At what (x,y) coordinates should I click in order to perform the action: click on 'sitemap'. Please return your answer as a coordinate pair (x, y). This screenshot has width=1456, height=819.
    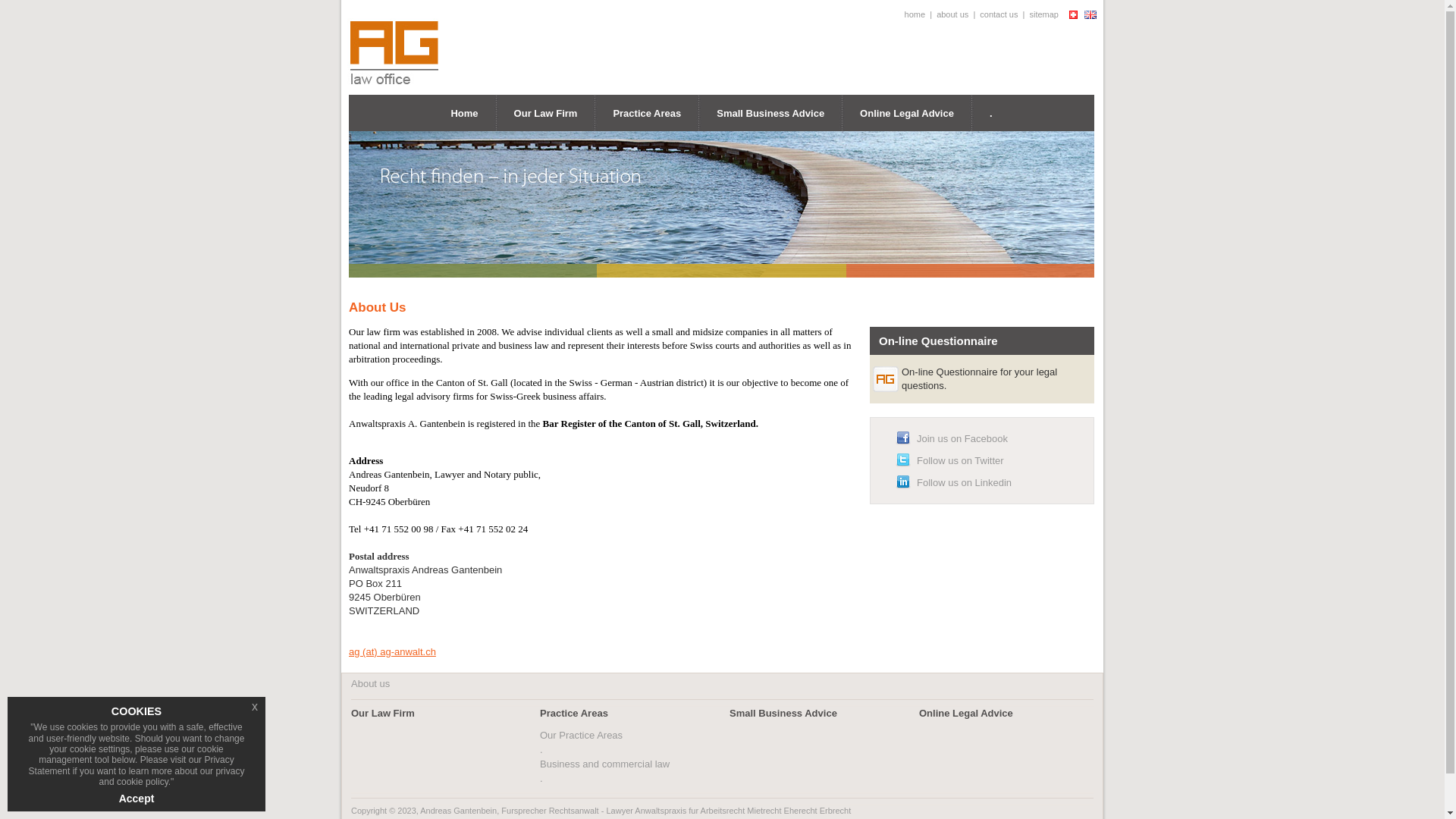
    Looking at the image, I should click on (1043, 14).